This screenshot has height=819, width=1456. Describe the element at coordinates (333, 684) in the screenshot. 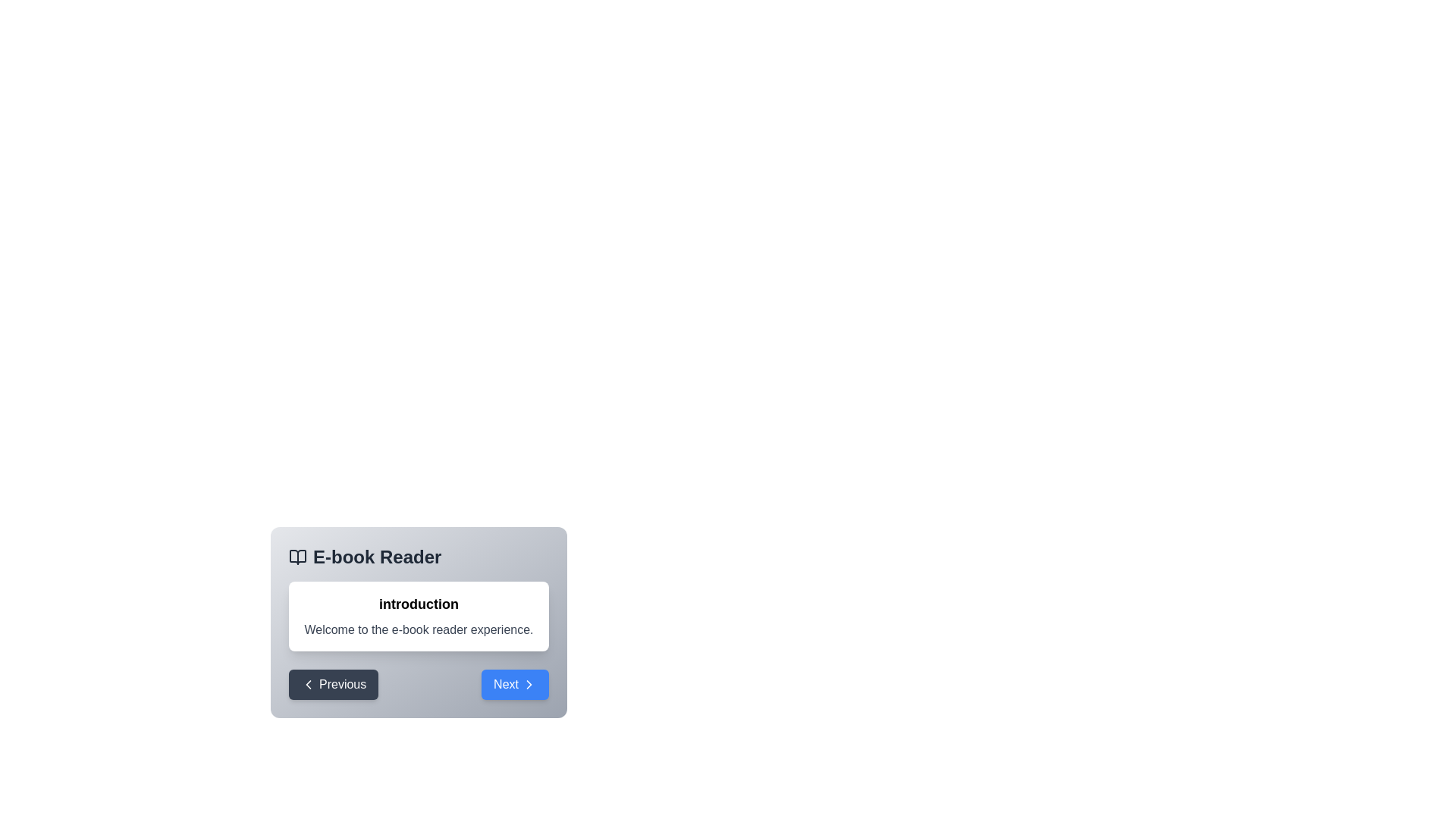

I see `the button located at the bottom-left corner of the navigation controls` at that location.